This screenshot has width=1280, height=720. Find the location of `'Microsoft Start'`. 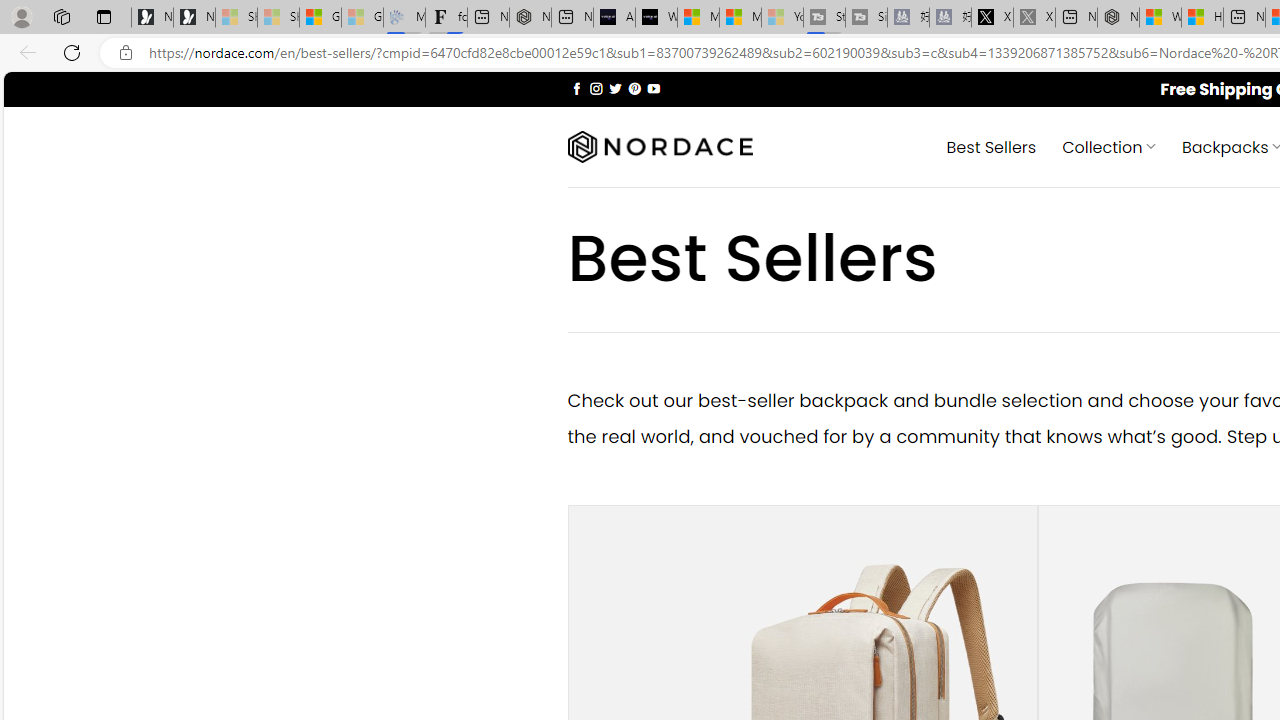

'Microsoft Start' is located at coordinates (739, 17).